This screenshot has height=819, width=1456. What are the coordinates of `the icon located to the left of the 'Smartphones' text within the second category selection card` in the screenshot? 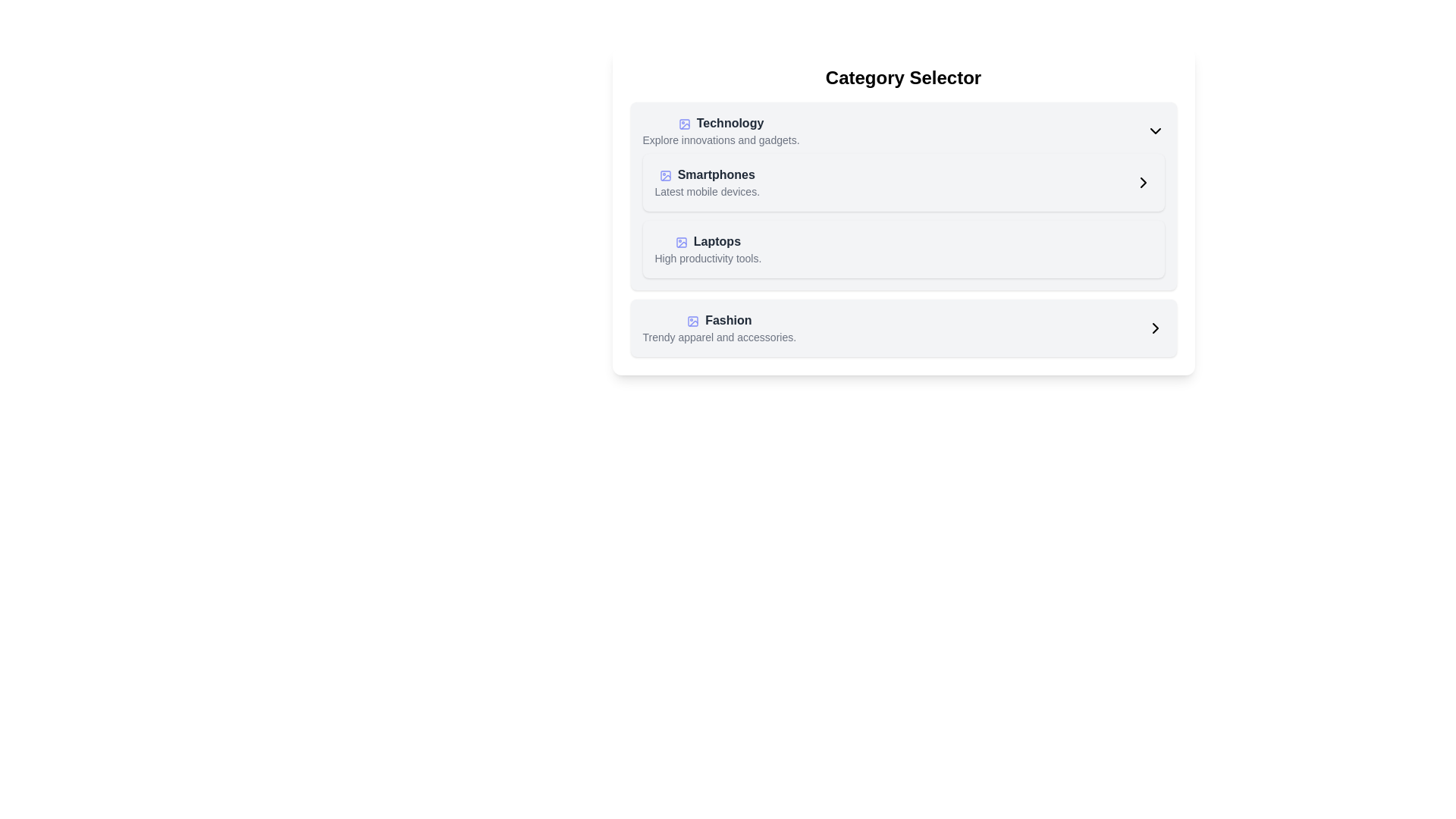 It's located at (665, 174).